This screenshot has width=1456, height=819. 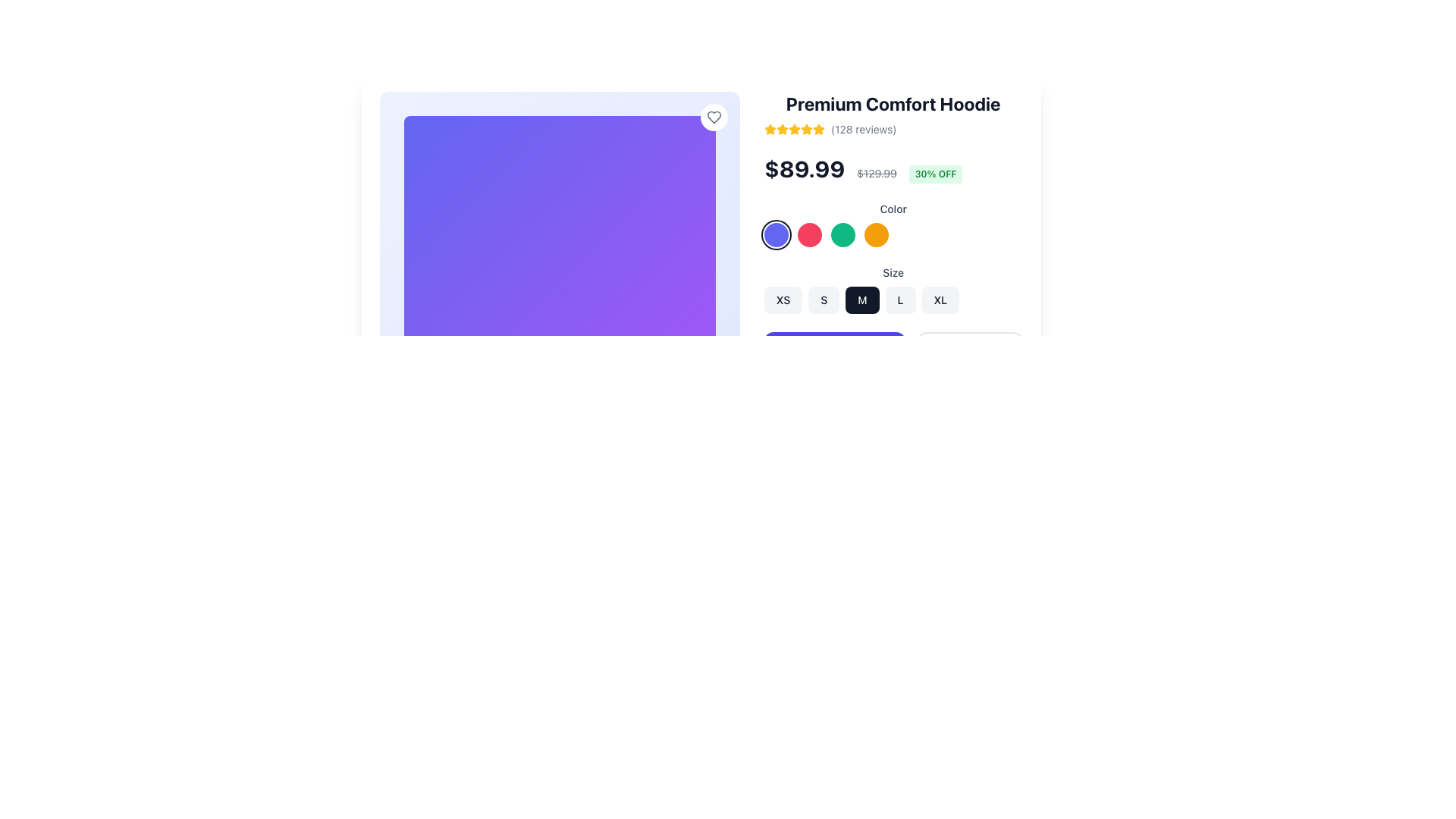 What do you see at coordinates (862, 300) in the screenshot?
I see `the medium-sized rectangular button with rounded corners, labeled 'M'` at bounding box center [862, 300].